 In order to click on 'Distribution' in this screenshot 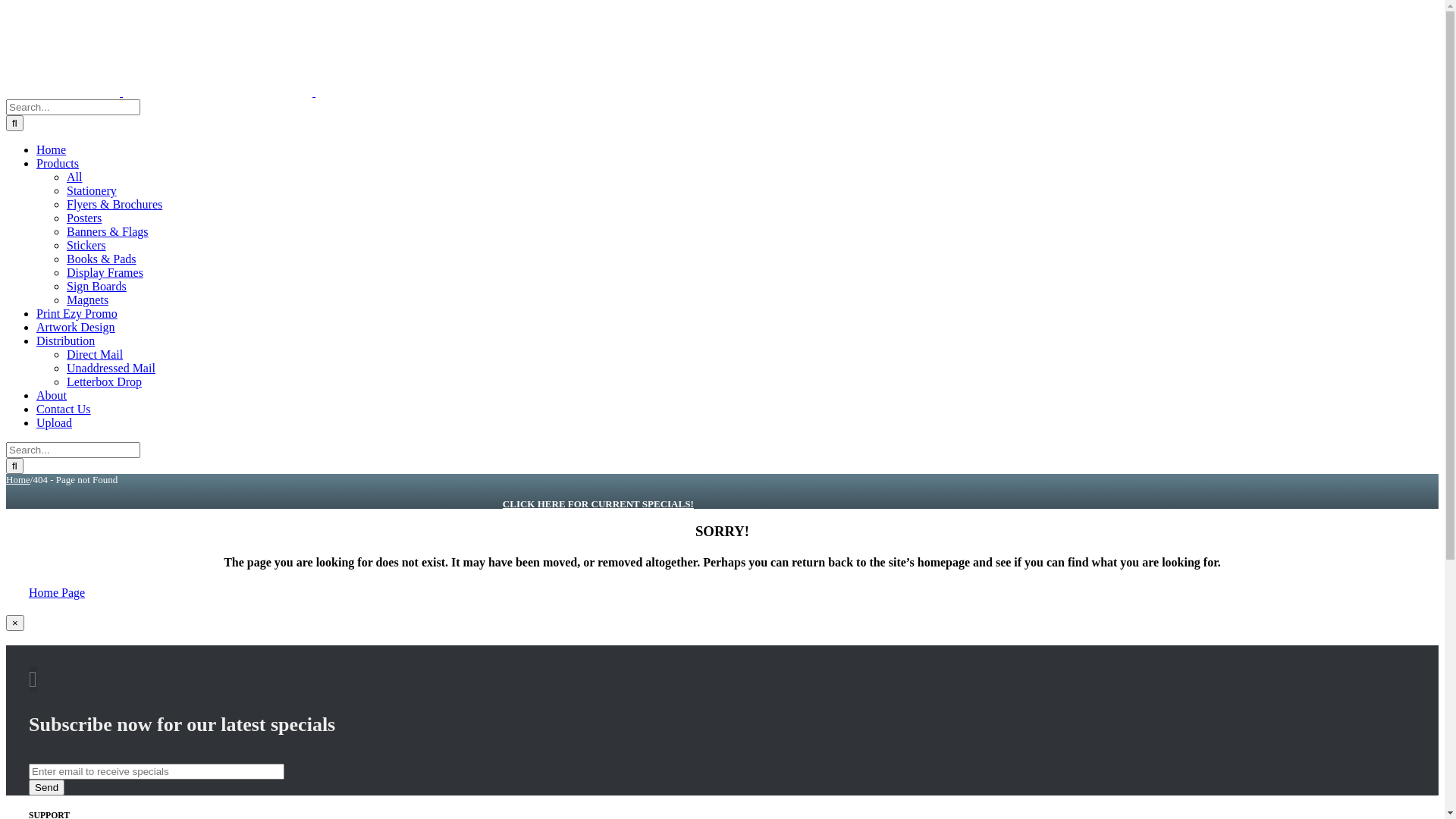, I will do `click(64, 340)`.